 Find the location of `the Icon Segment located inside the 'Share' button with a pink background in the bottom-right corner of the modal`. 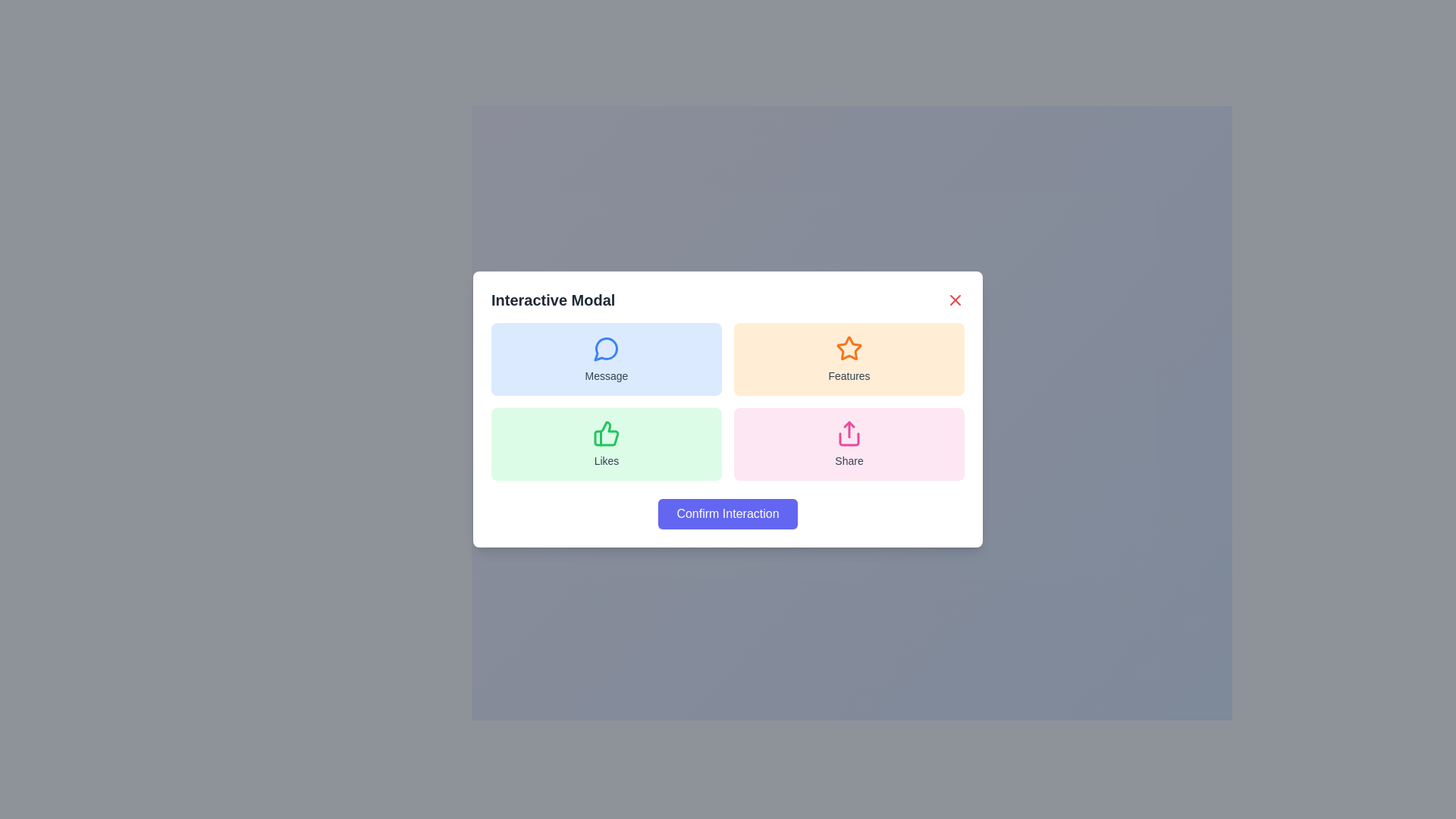

the Icon Segment located inside the 'Share' button with a pink background in the bottom-right corner of the modal is located at coordinates (848, 439).